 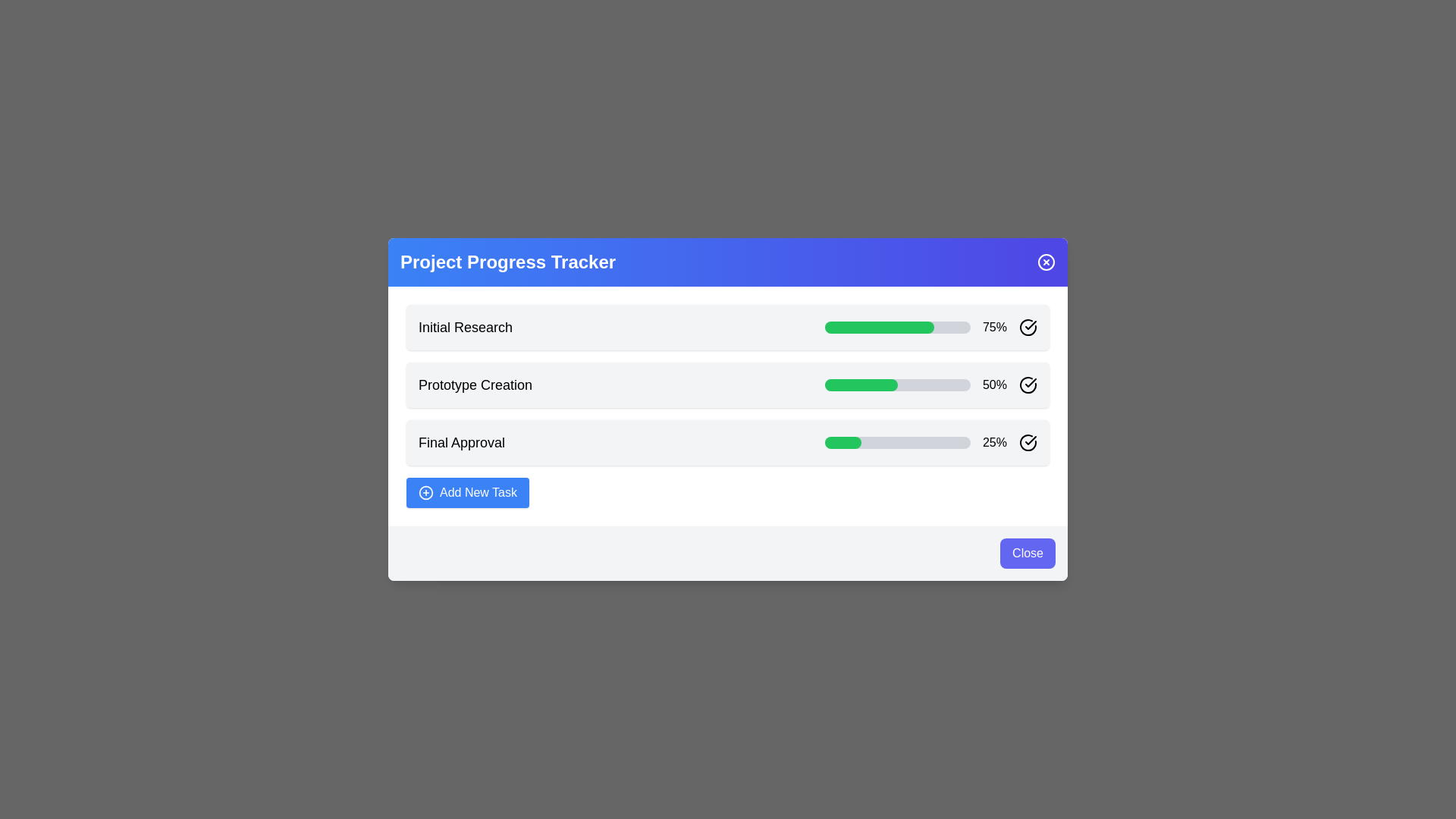 I want to click on the 'Close' button located in the bottom-right corner of the modal, so click(x=1028, y=553).